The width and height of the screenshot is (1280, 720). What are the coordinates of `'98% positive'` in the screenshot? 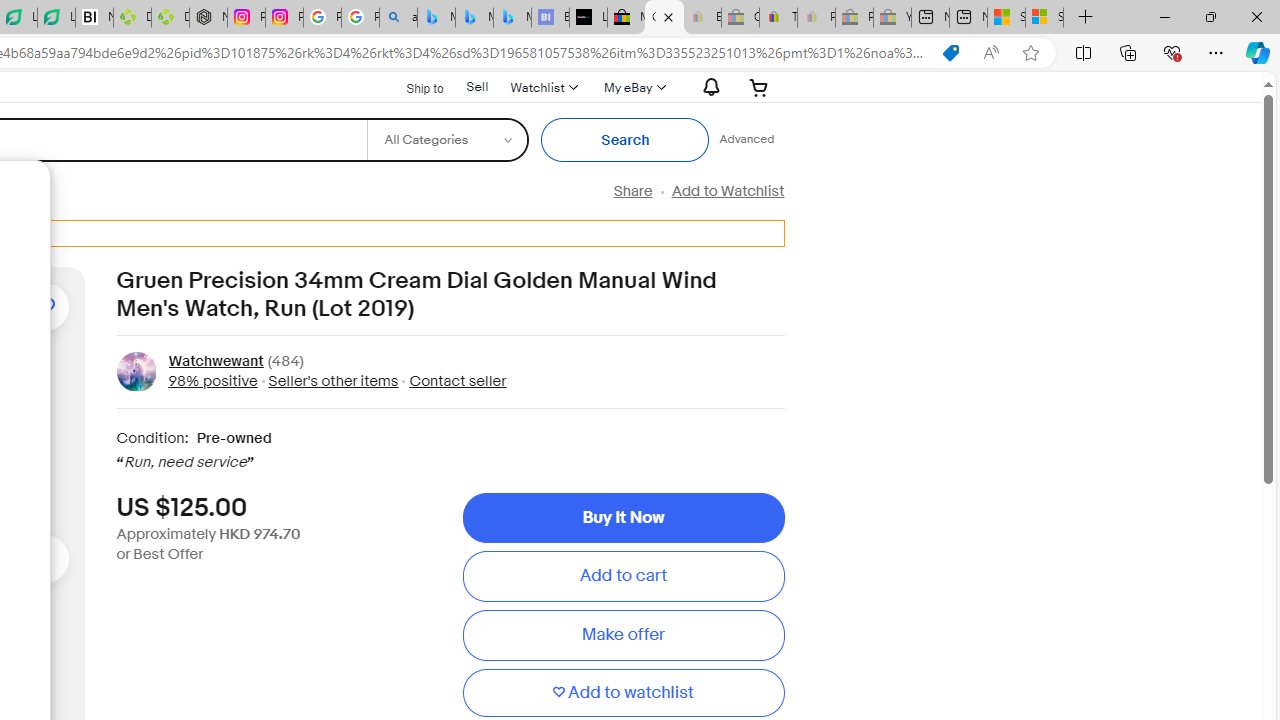 It's located at (213, 380).